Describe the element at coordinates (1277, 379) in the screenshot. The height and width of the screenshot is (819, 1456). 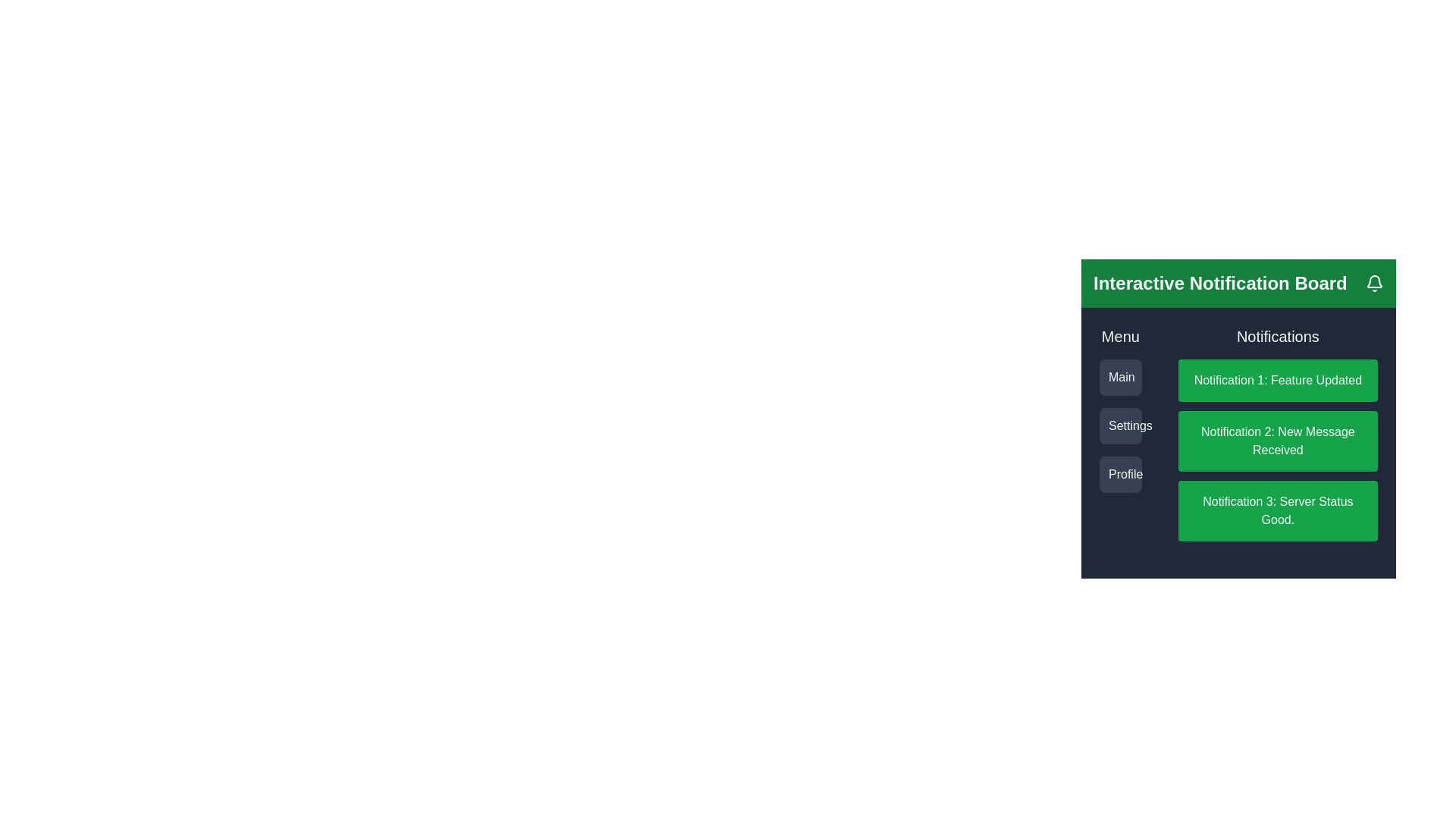
I see `the green rectangular Static information box labeled 'Notification 1: Feature Updated'` at that location.